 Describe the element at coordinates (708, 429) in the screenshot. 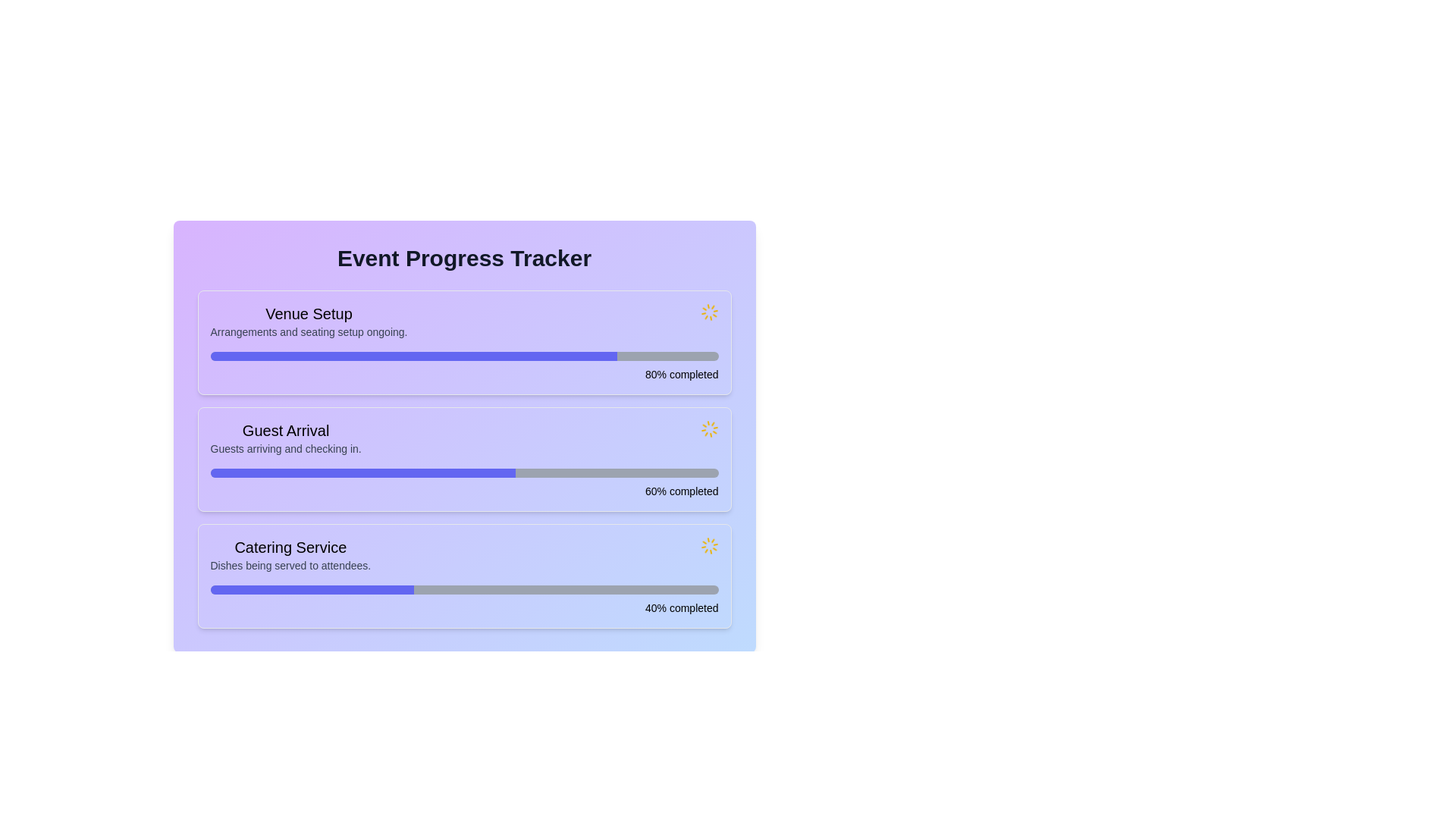

I see `the spinning loader icon located in the second row of the event progress tracker, adjacent to the 'Guest Arrival' row` at that location.